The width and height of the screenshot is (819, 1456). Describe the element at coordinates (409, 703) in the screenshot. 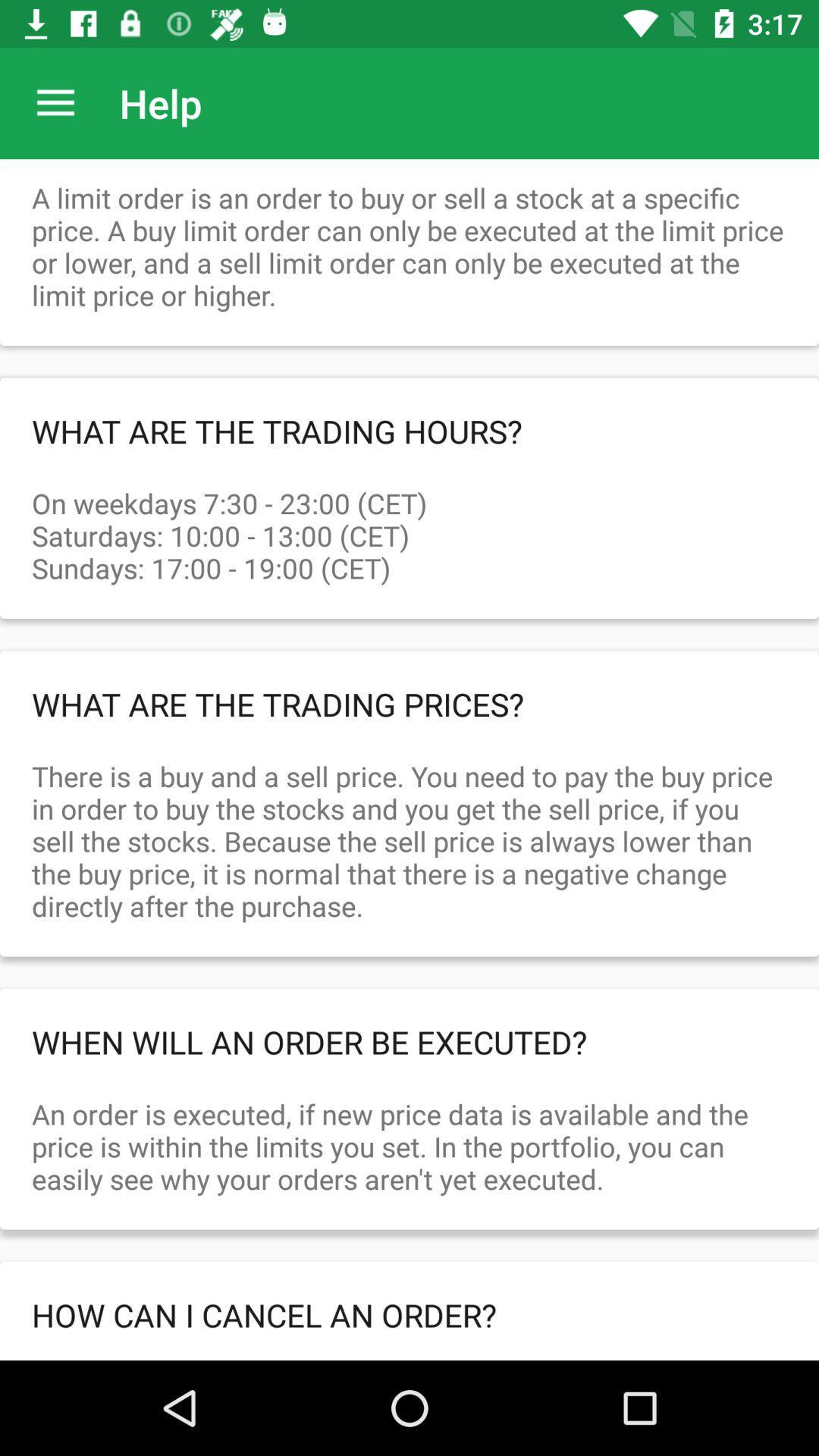

I see `what are the trading prices` at that location.